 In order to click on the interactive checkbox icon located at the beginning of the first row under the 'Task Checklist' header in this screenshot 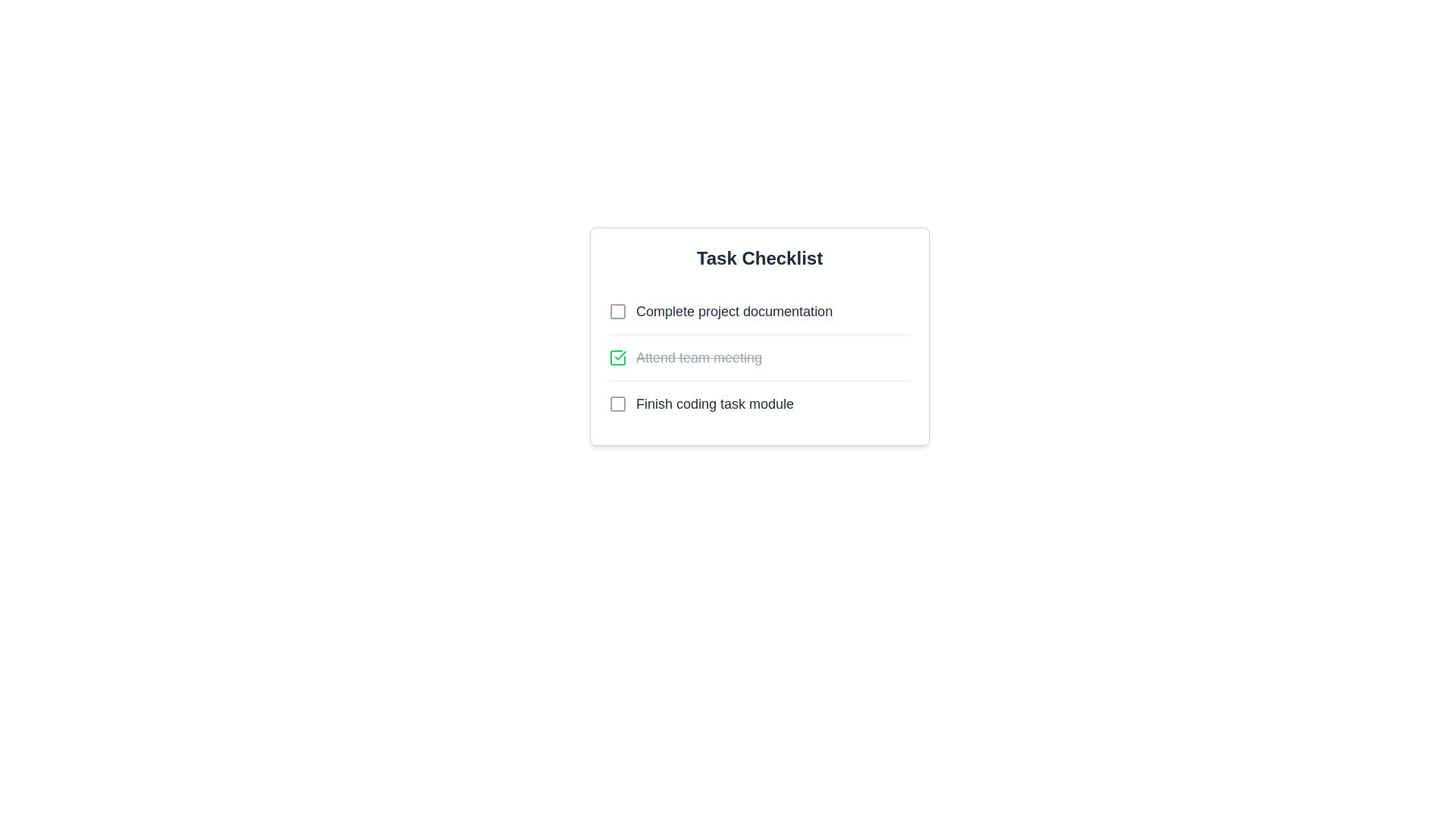, I will do `click(618, 311)`.